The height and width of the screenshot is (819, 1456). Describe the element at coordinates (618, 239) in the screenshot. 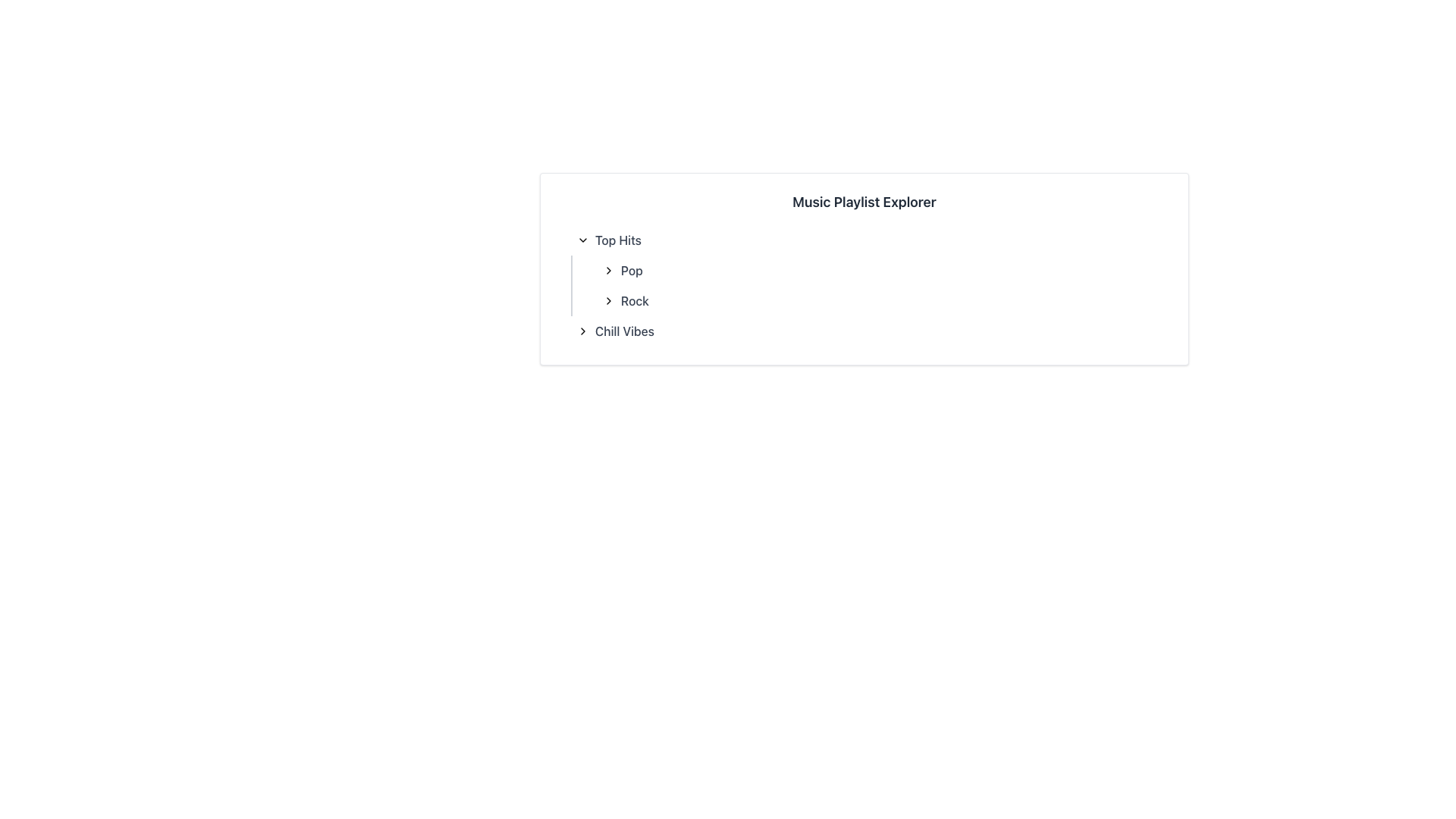

I see `the 'Top Hits' text label, which is displayed in medium font weight and gray color, located to the right of a chevron down icon in the Music Playlist Explorer interface` at that location.